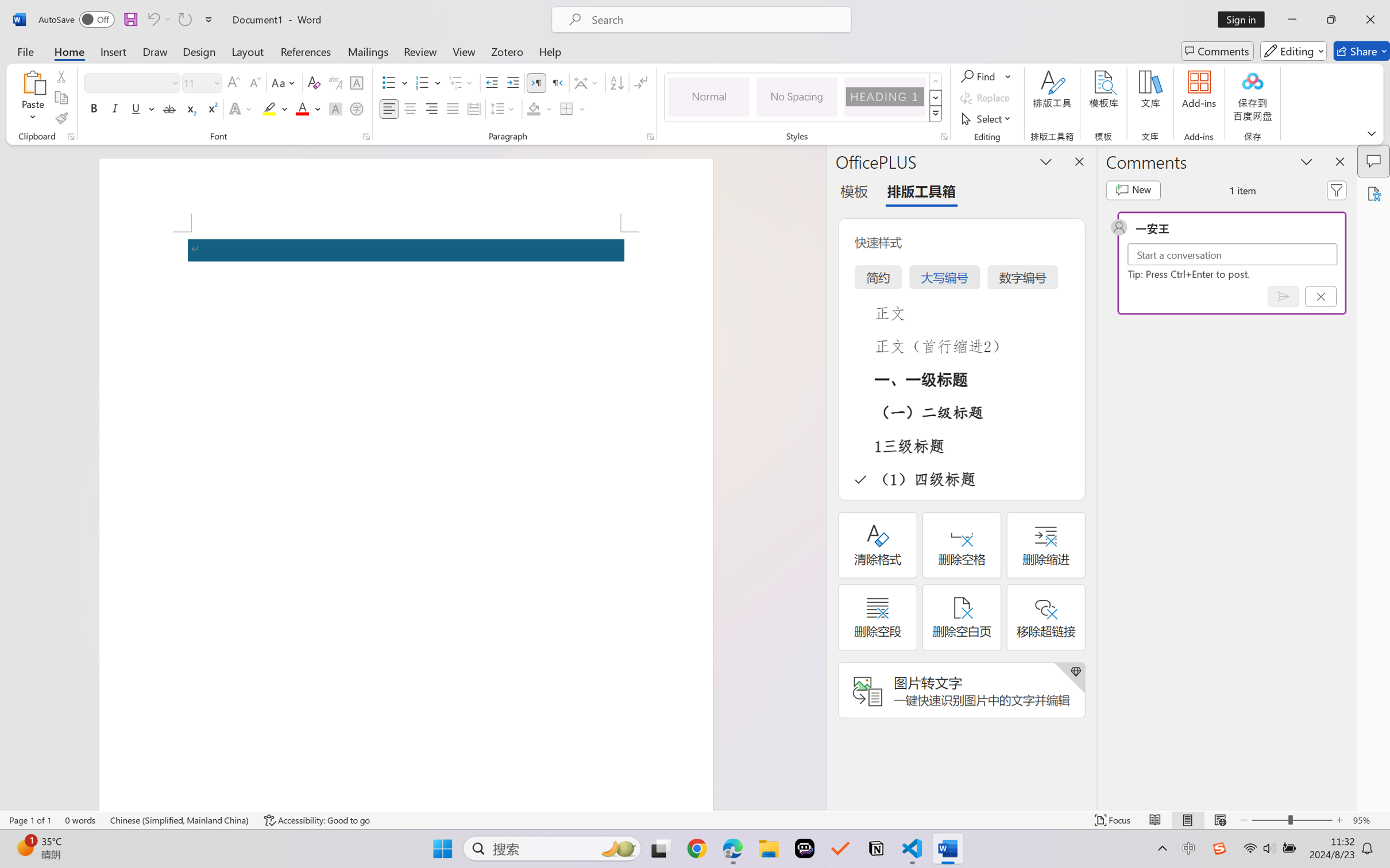 This screenshot has width=1390, height=868. What do you see at coordinates (152, 19) in the screenshot?
I see `'Undo Apply Quick Style Set'` at bounding box center [152, 19].